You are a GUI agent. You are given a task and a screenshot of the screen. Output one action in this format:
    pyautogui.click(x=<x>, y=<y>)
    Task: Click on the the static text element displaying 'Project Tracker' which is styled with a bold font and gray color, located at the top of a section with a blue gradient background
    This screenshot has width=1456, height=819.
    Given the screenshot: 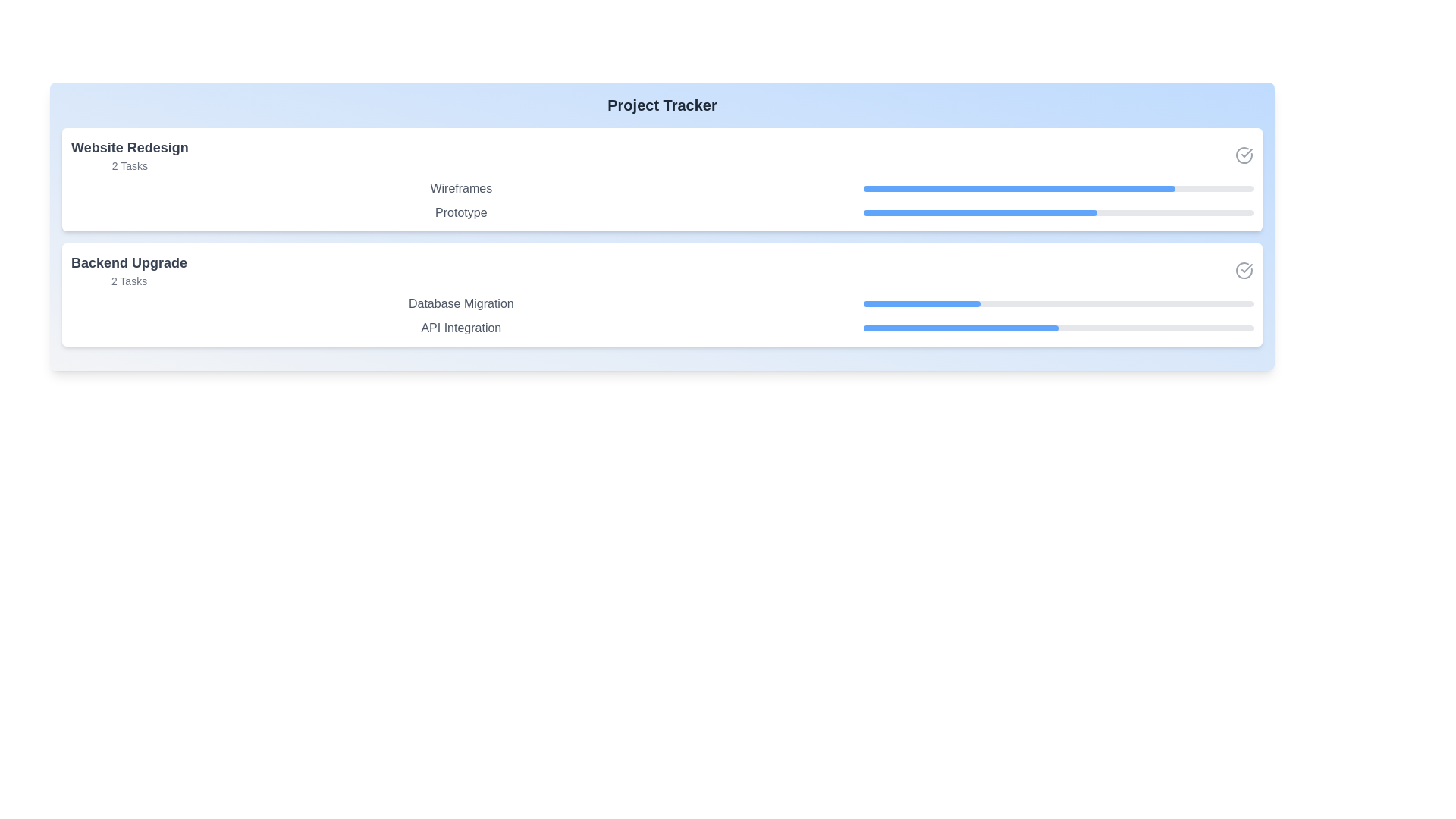 What is the action you would take?
    pyautogui.click(x=662, y=104)
    